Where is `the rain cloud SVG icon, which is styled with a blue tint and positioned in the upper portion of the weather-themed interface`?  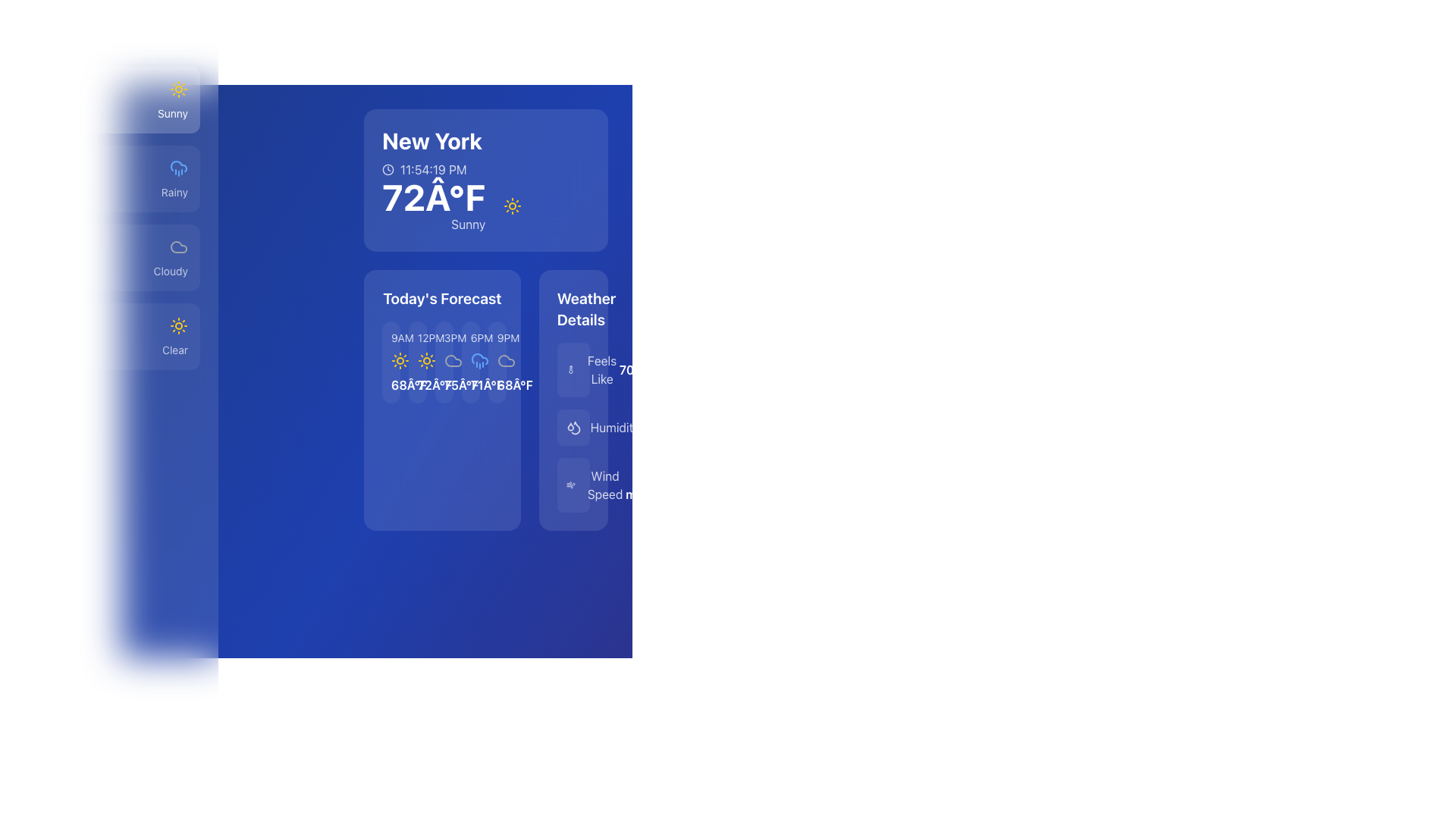 the rain cloud SVG icon, which is styled with a blue tint and positioned in the upper portion of the weather-themed interface is located at coordinates (479, 359).